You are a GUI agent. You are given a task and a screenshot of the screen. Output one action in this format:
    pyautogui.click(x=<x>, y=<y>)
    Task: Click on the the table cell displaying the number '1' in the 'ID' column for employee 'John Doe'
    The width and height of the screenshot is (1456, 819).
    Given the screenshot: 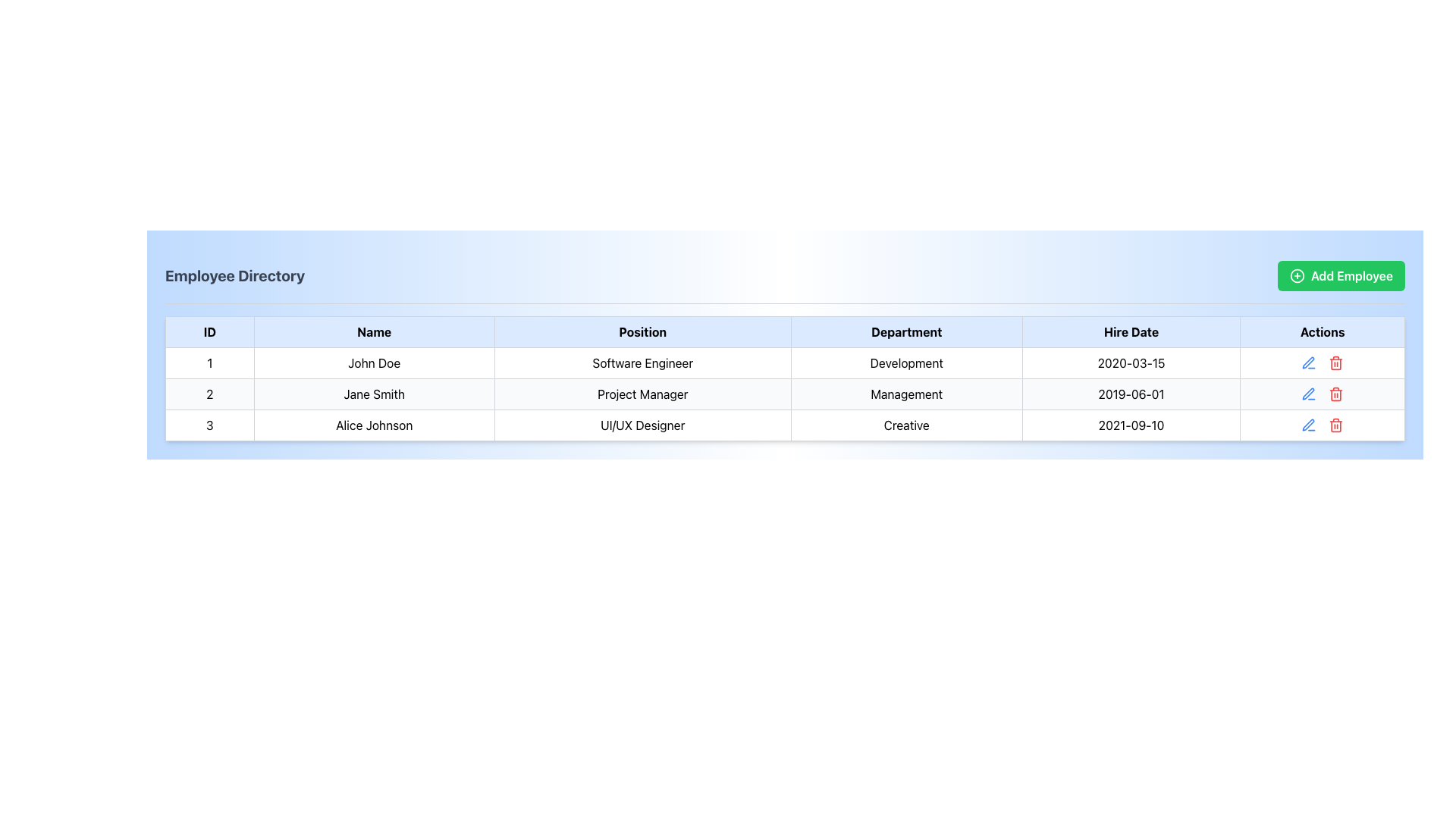 What is the action you would take?
    pyautogui.click(x=209, y=362)
    